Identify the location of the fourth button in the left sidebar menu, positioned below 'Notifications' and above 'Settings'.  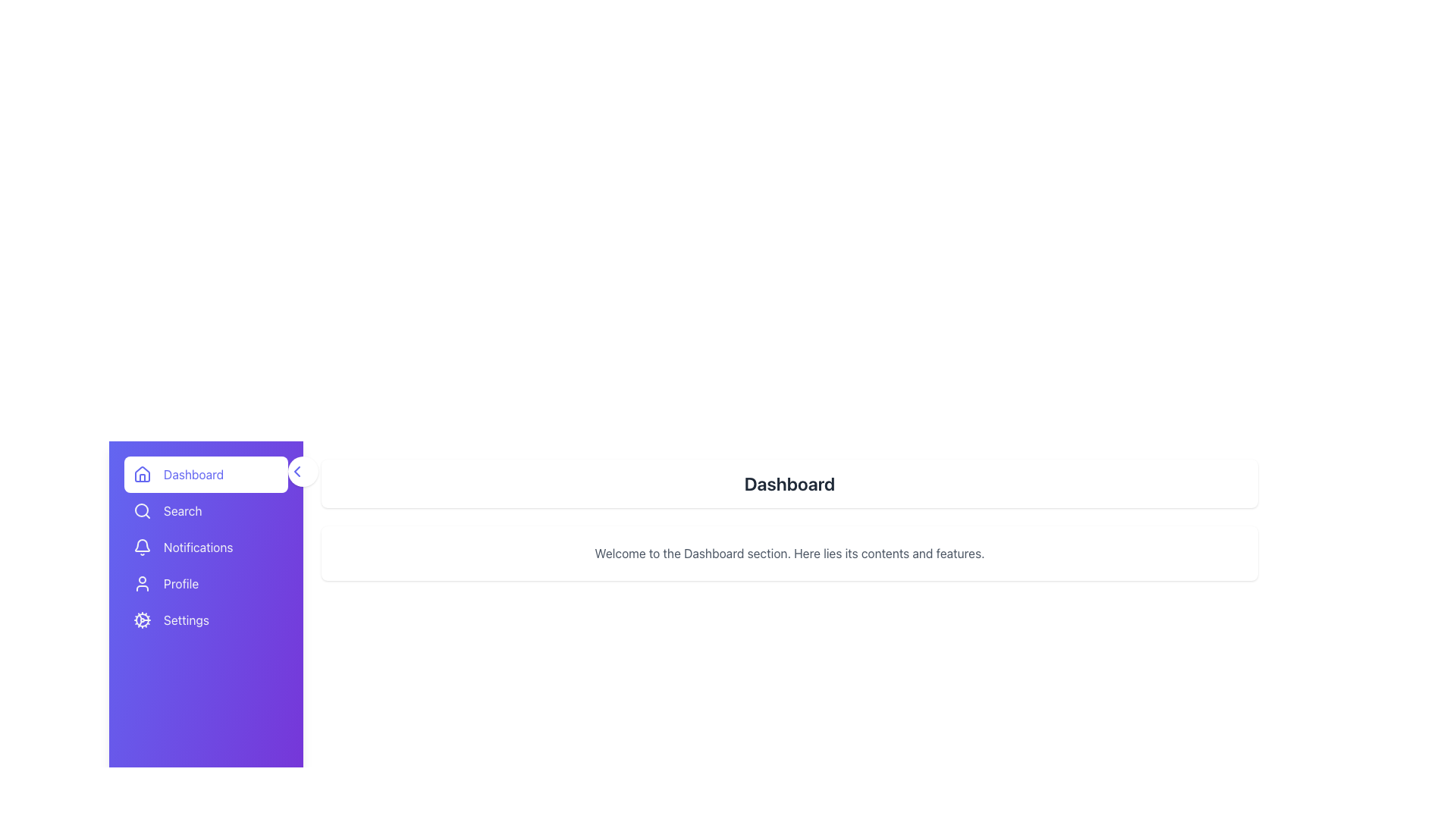
(206, 583).